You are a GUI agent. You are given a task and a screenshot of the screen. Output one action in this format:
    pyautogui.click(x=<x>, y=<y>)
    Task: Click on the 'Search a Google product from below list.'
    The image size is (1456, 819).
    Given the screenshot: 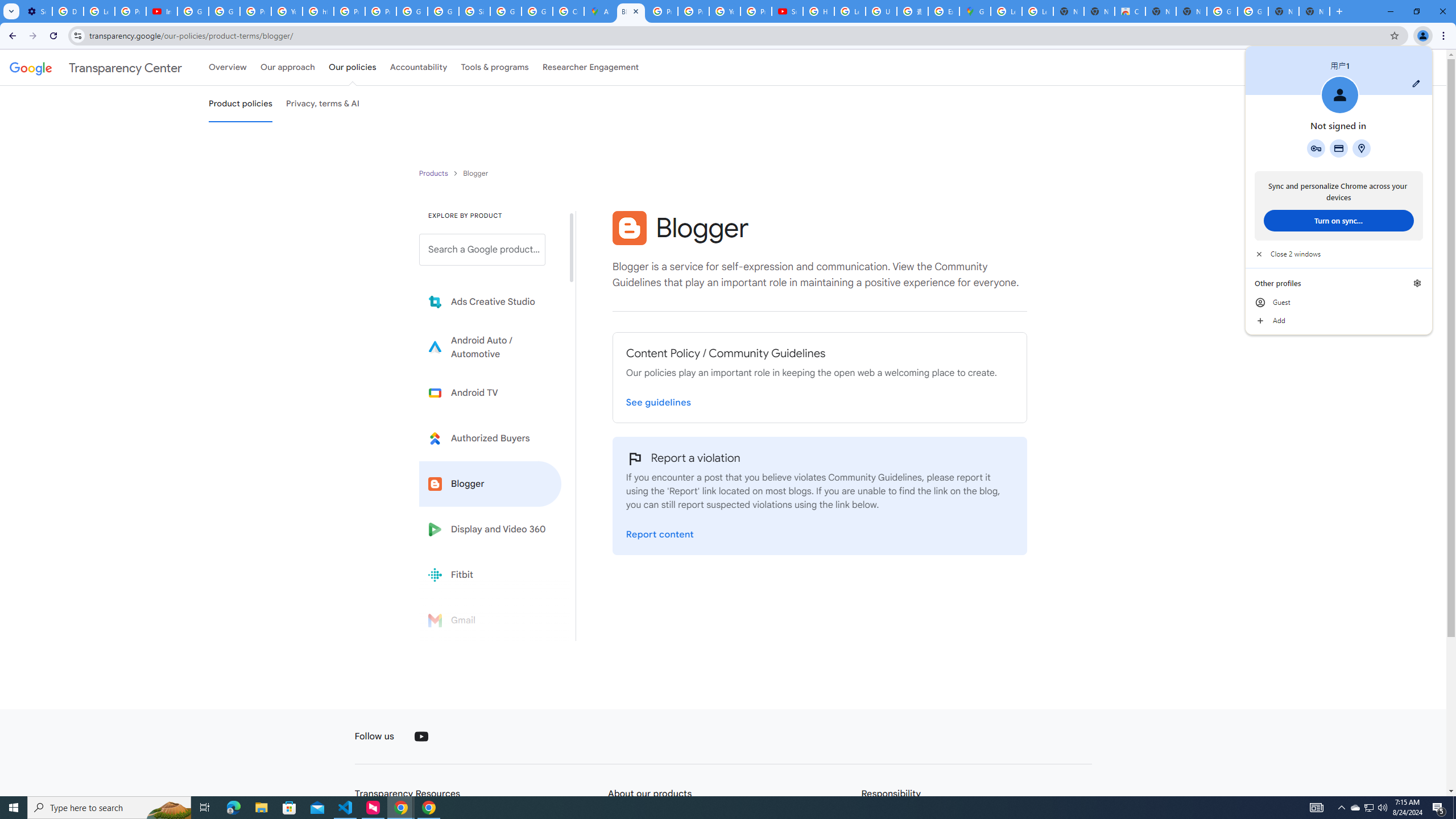 What is the action you would take?
    pyautogui.click(x=482, y=249)
    